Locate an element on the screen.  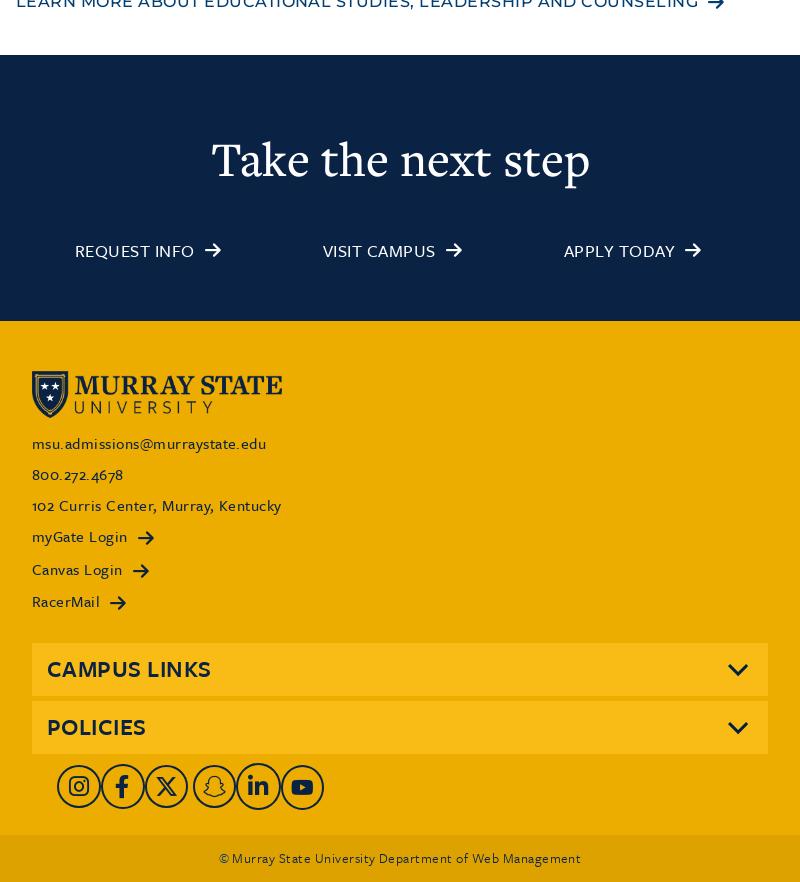
'800.272.4678' is located at coordinates (77, 472).